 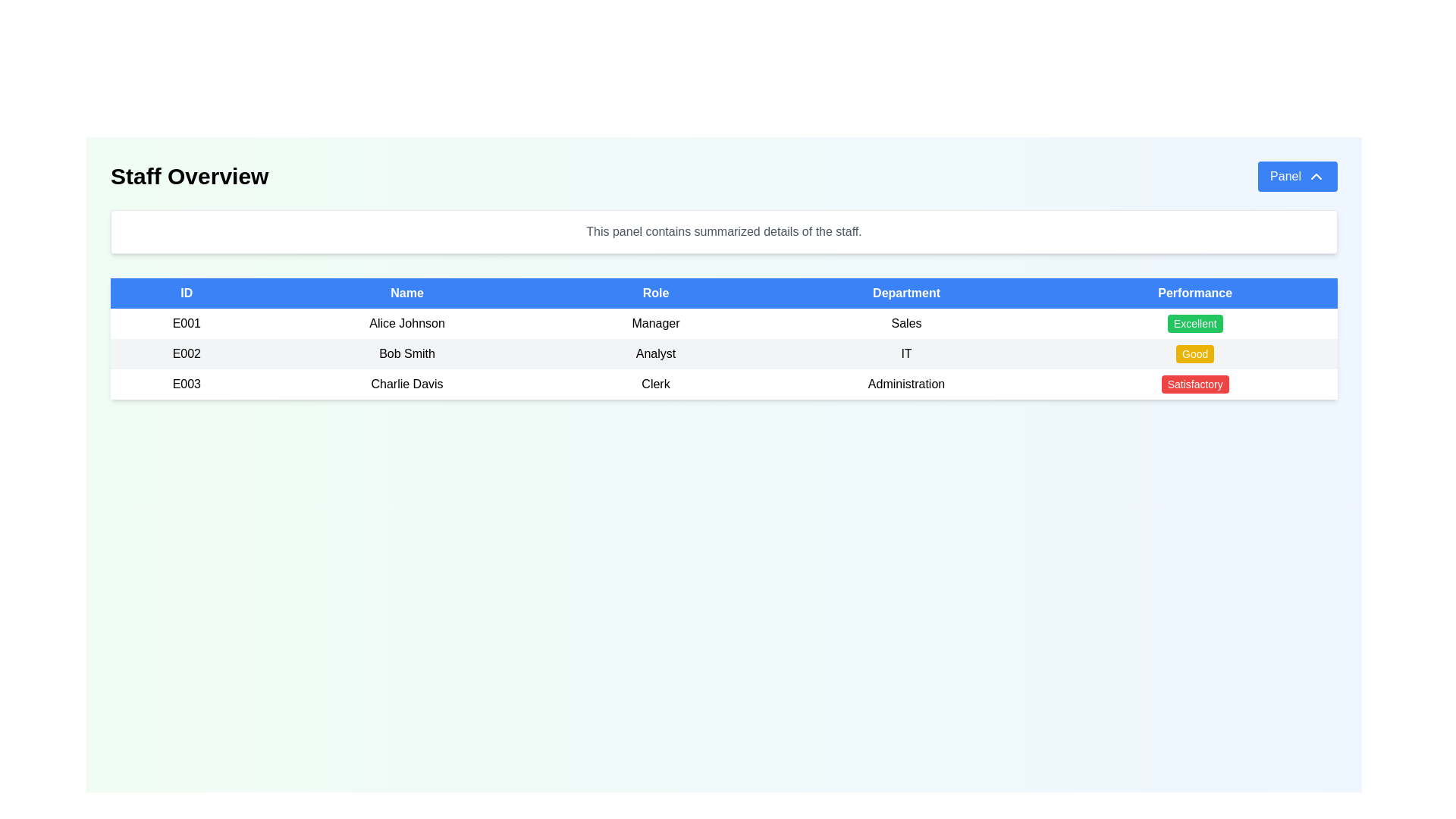 What do you see at coordinates (1194, 383) in the screenshot?
I see `the 'Satisfactory' label or badge with a red background that is located in the 'Performance' column for the row labeled 'E003' associated with 'Charlie Davis' and 'Clerk'` at bounding box center [1194, 383].